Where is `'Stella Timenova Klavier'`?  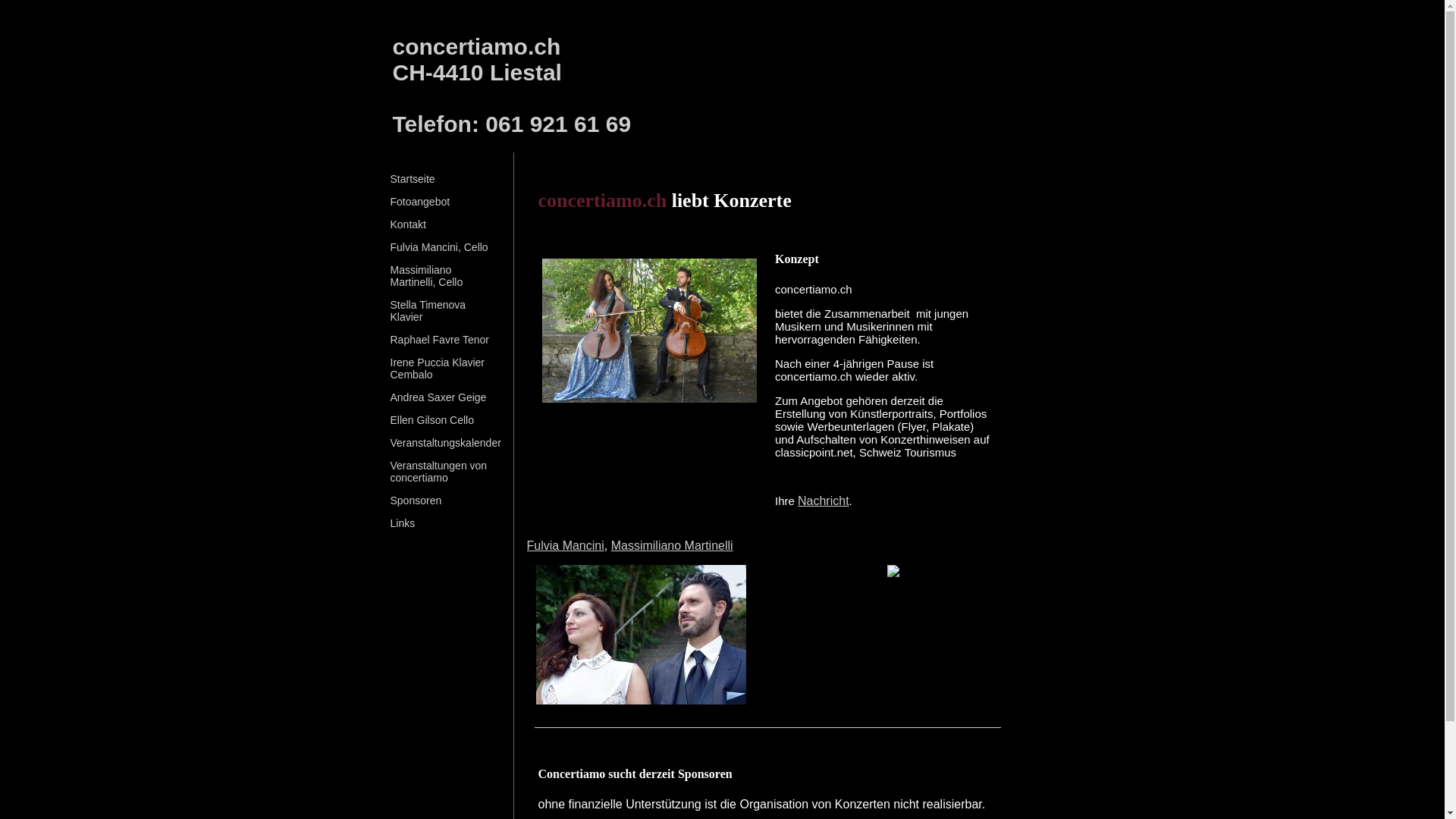
'Stella Timenova Klavier' is located at coordinates (426, 315).